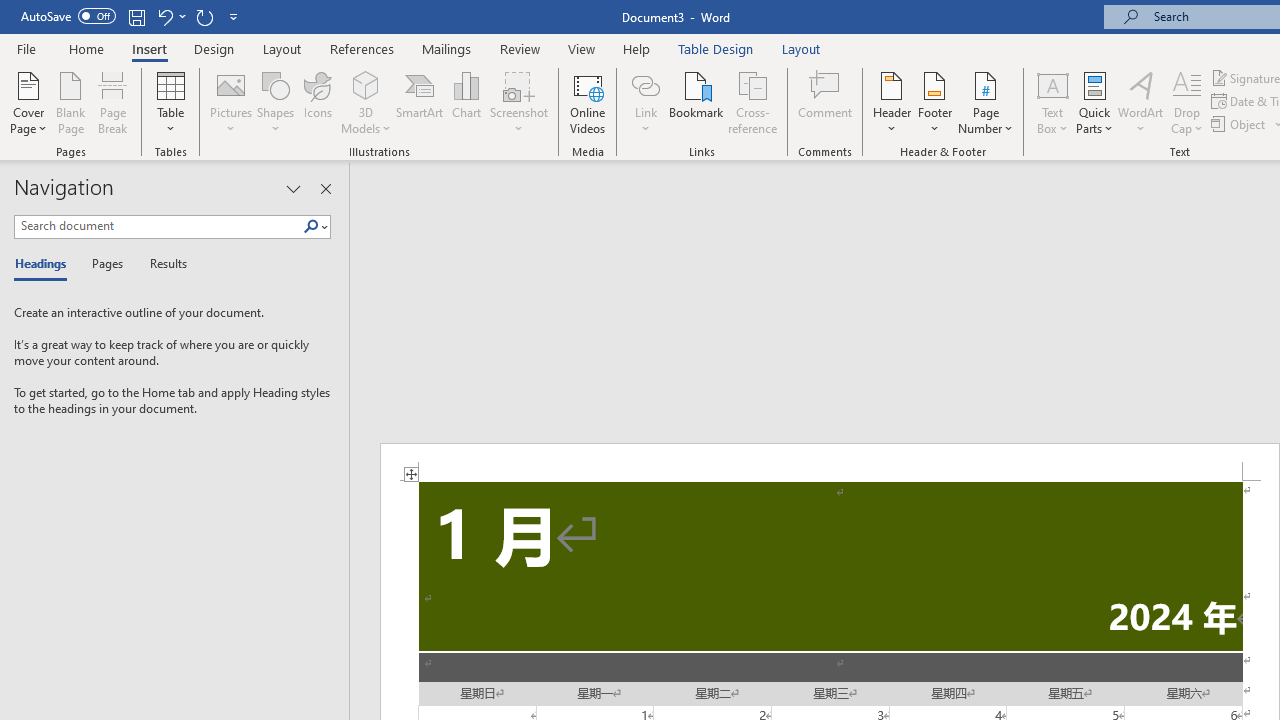 The height and width of the screenshot is (720, 1280). Describe the element at coordinates (164, 16) in the screenshot. I see `'Undo Increase Indent'` at that location.